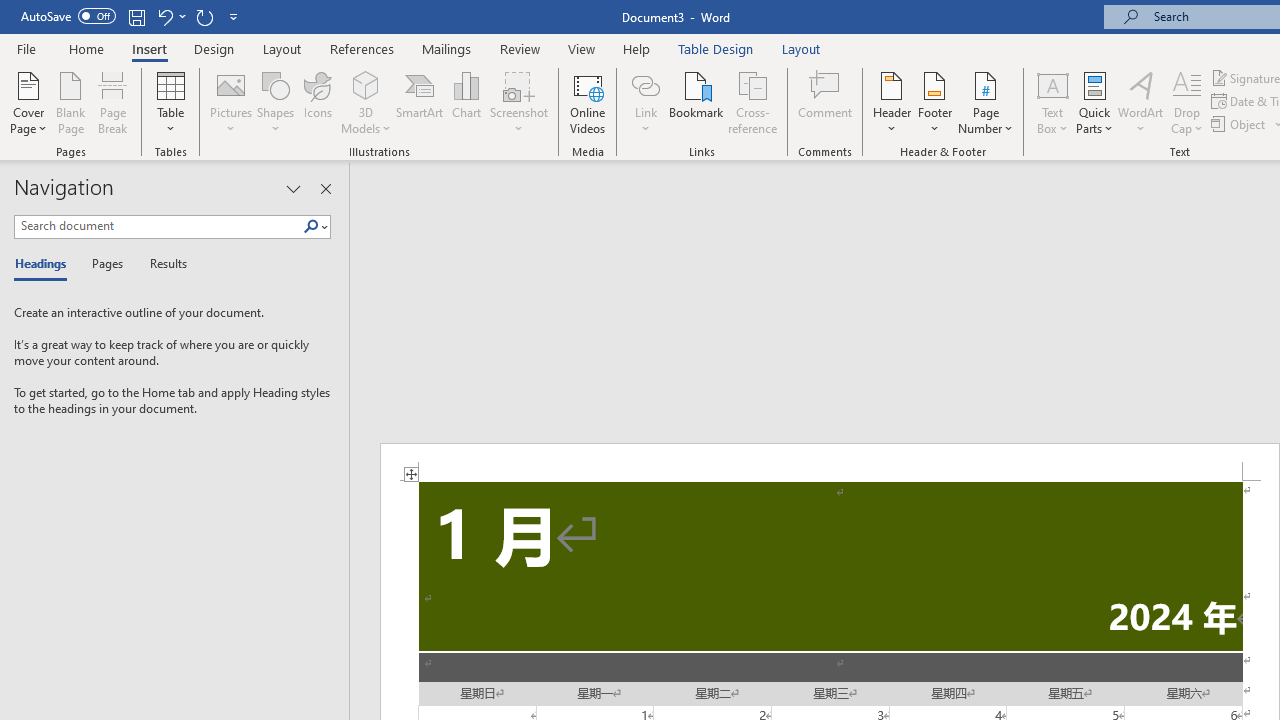 The height and width of the screenshot is (720, 1280). Describe the element at coordinates (164, 16) in the screenshot. I see `'Undo Increase Indent'` at that location.